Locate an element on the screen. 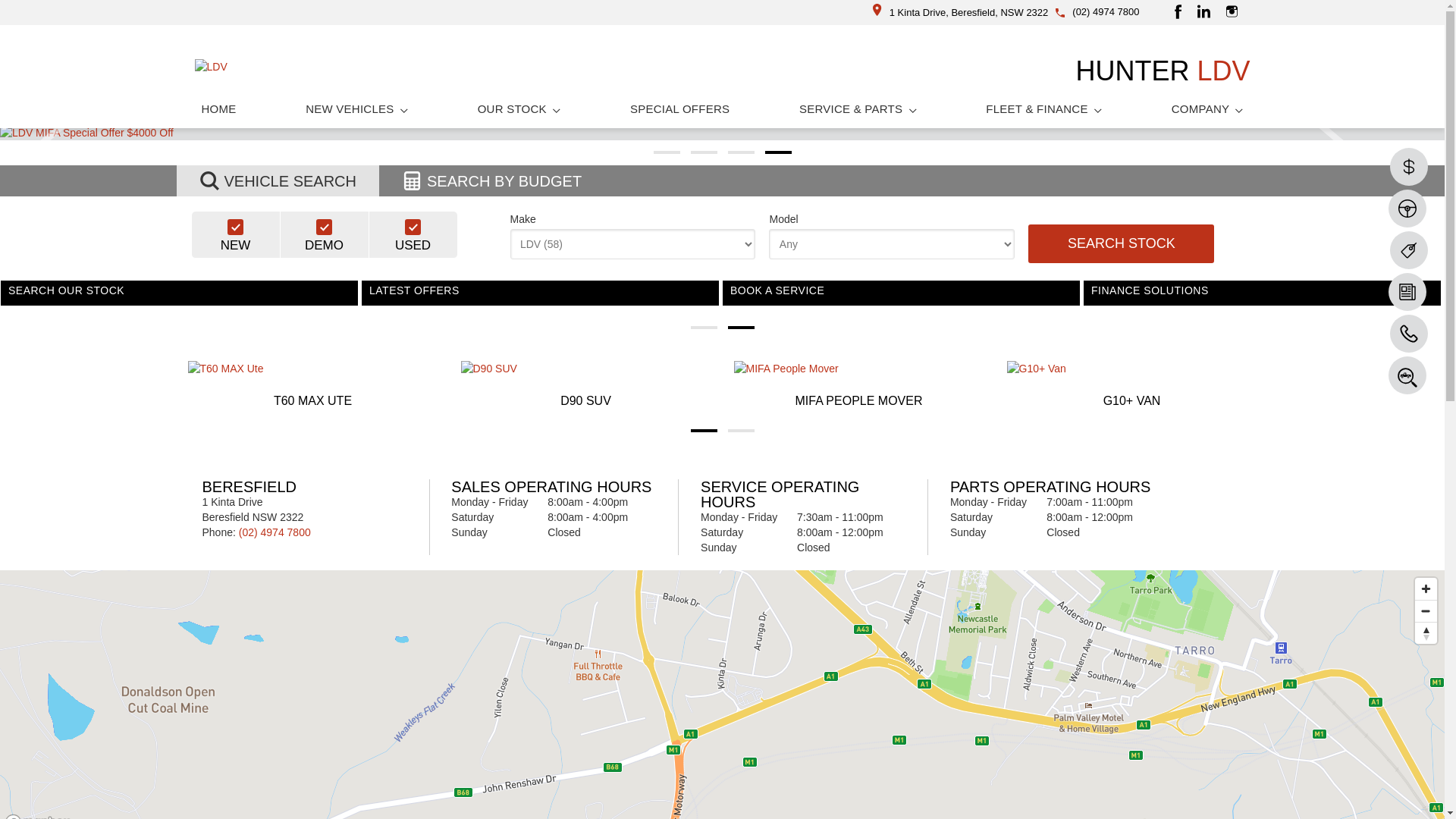 This screenshot has height=819, width=1456. 'SEARCH STOCK' is located at coordinates (1121, 243).